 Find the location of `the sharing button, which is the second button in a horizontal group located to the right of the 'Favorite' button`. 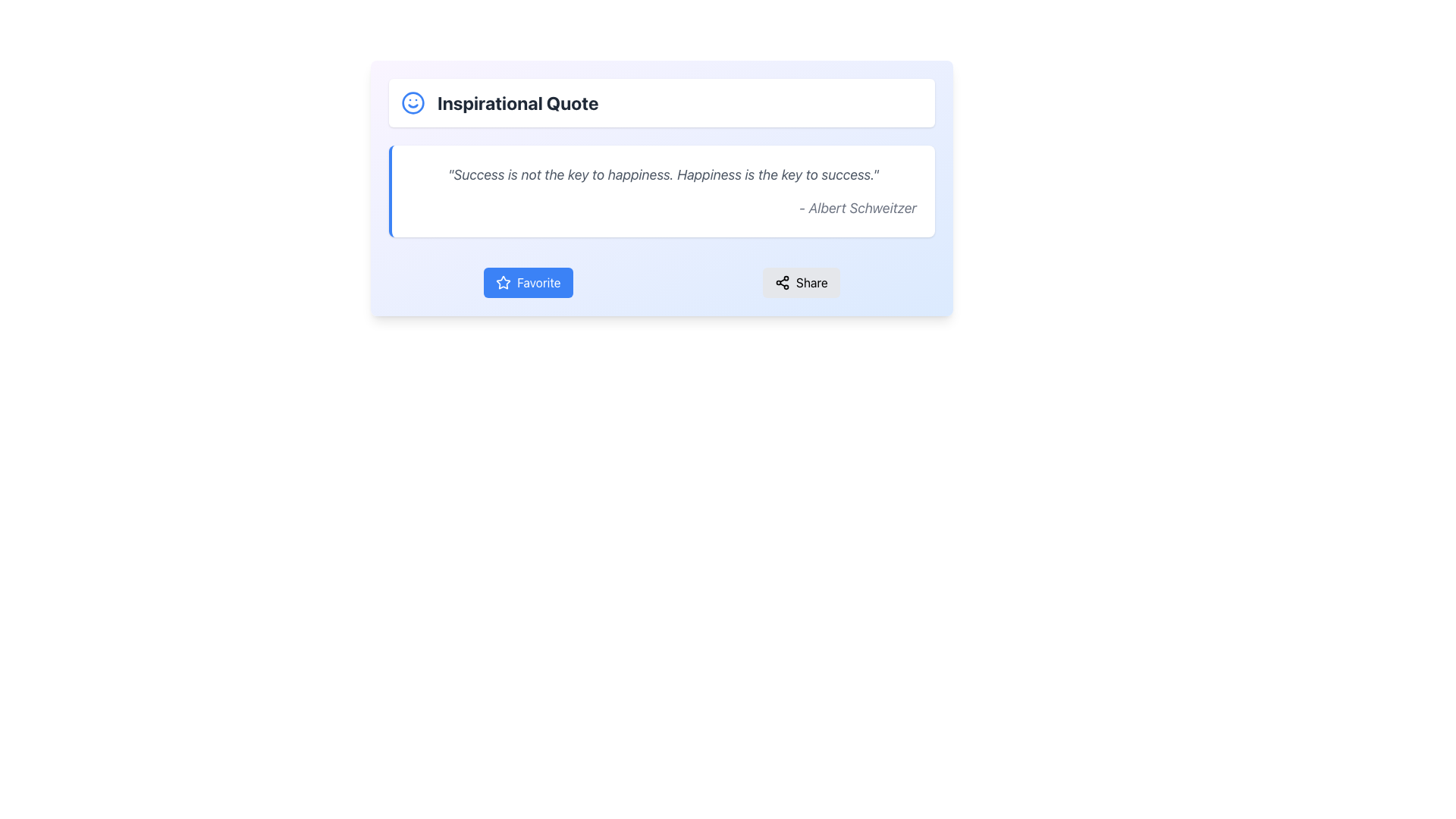

the sharing button, which is the second button in a horizontal group located to the right of the 'Favorite' button is located at coordinates (800, 283).